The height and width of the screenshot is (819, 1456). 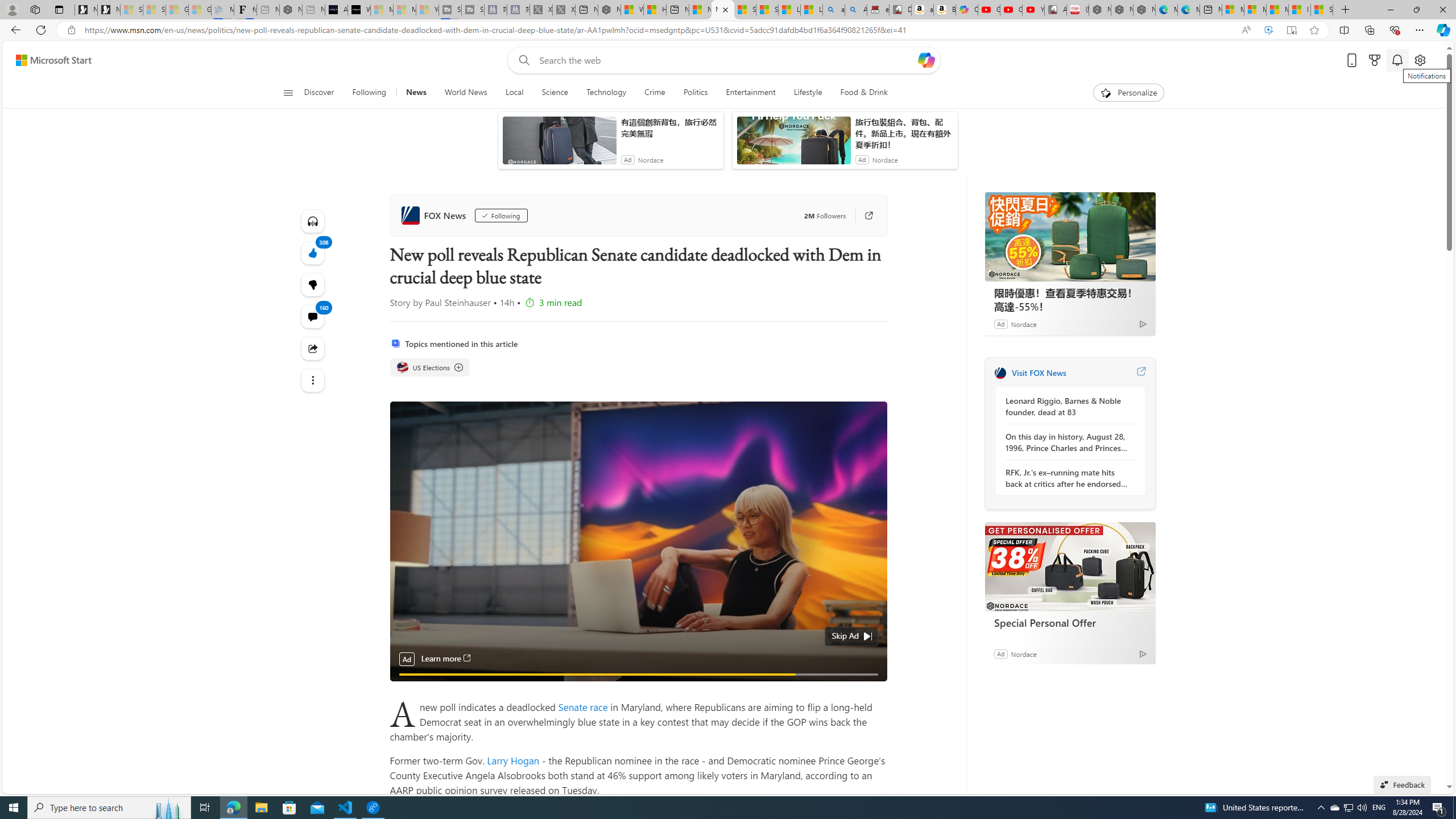 I want to click on 'Larry Hogan', so click(x=512, y=760).